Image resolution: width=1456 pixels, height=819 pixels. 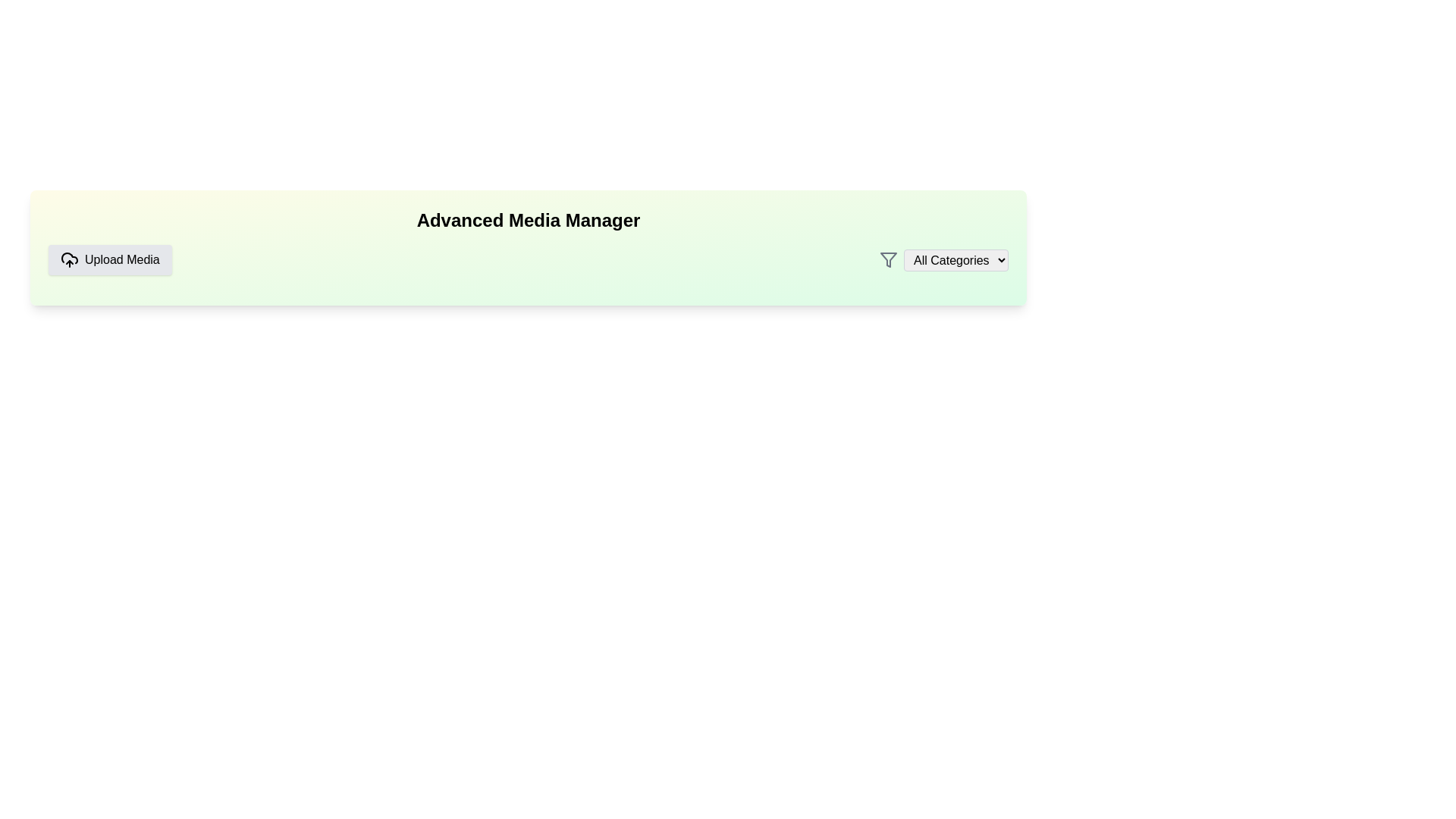 I want to click on the funnel icon located to the left of the 'All Categories' dropdown menu, which is depicted as a triangular shape narrowing downward with a vertical bar extending from its tip, so click(x=888, y=259).